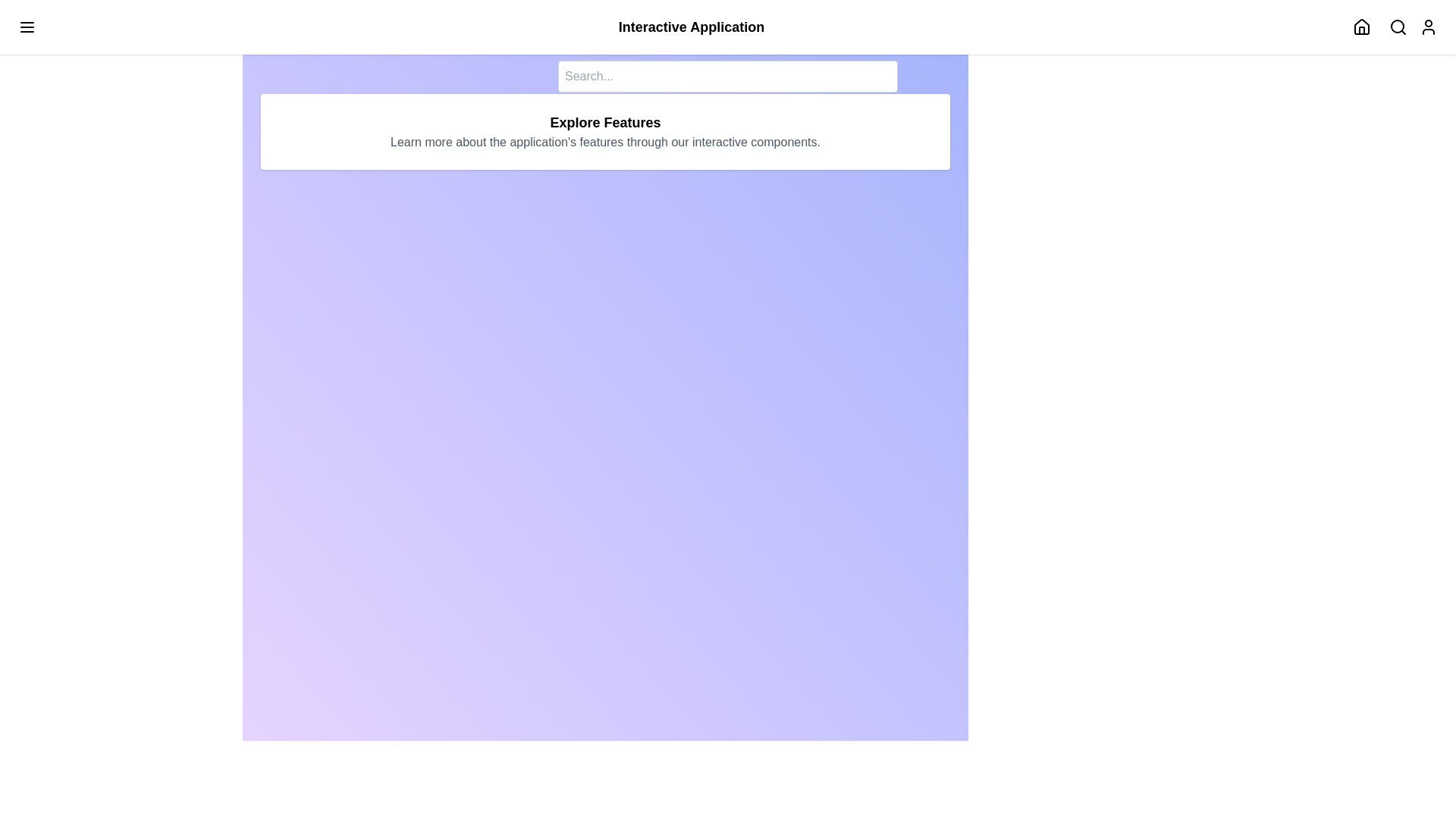 The height and width of the screenshot is (819, 1456). Describe the element at coordinates (1397, 27) in the screenshot. I see `search icon button to toggle the search bar visibility` at that location.